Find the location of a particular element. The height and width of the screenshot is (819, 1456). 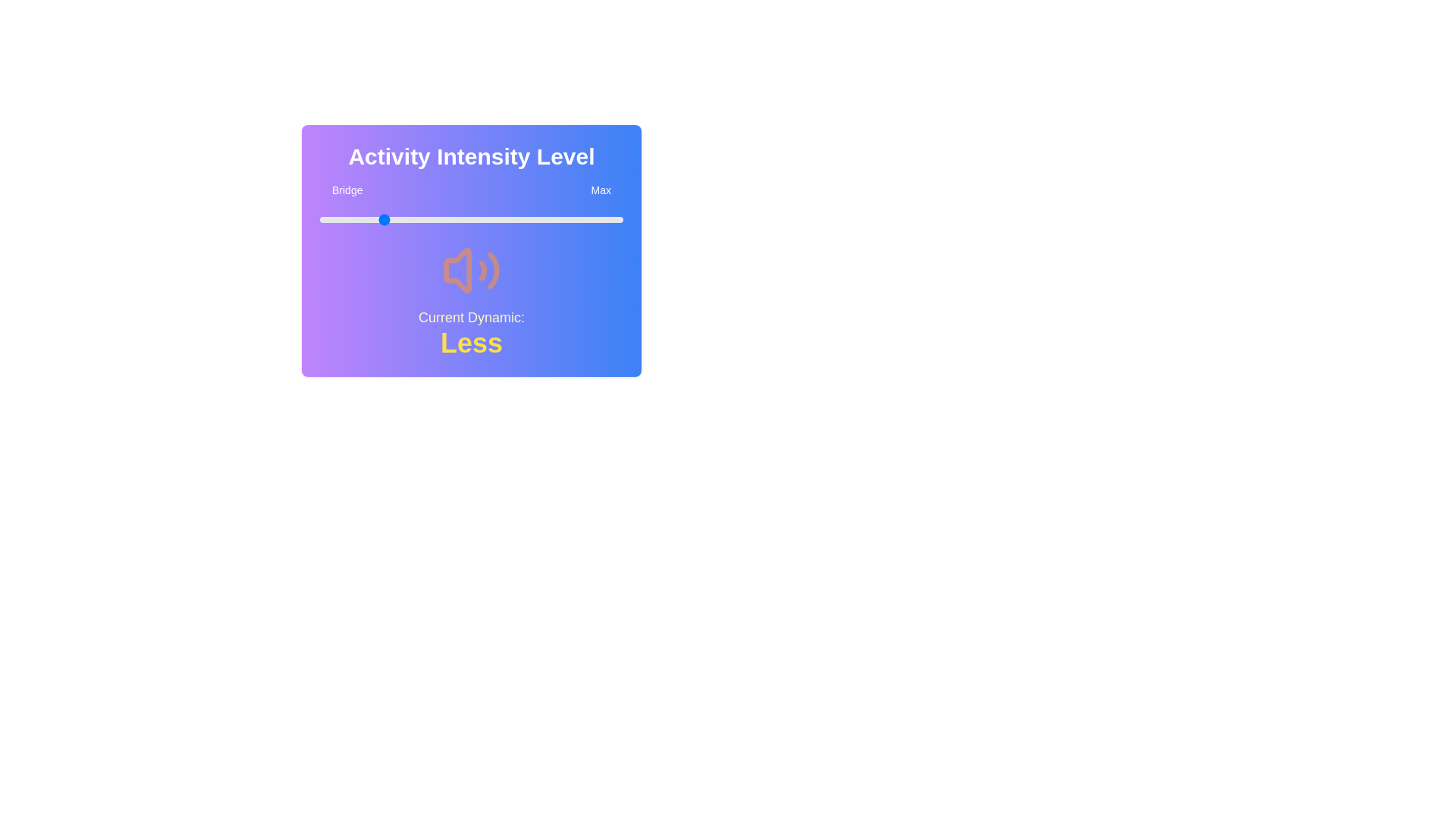

the slider to set the intensity level to 27% is located at coordinates (401, 219).